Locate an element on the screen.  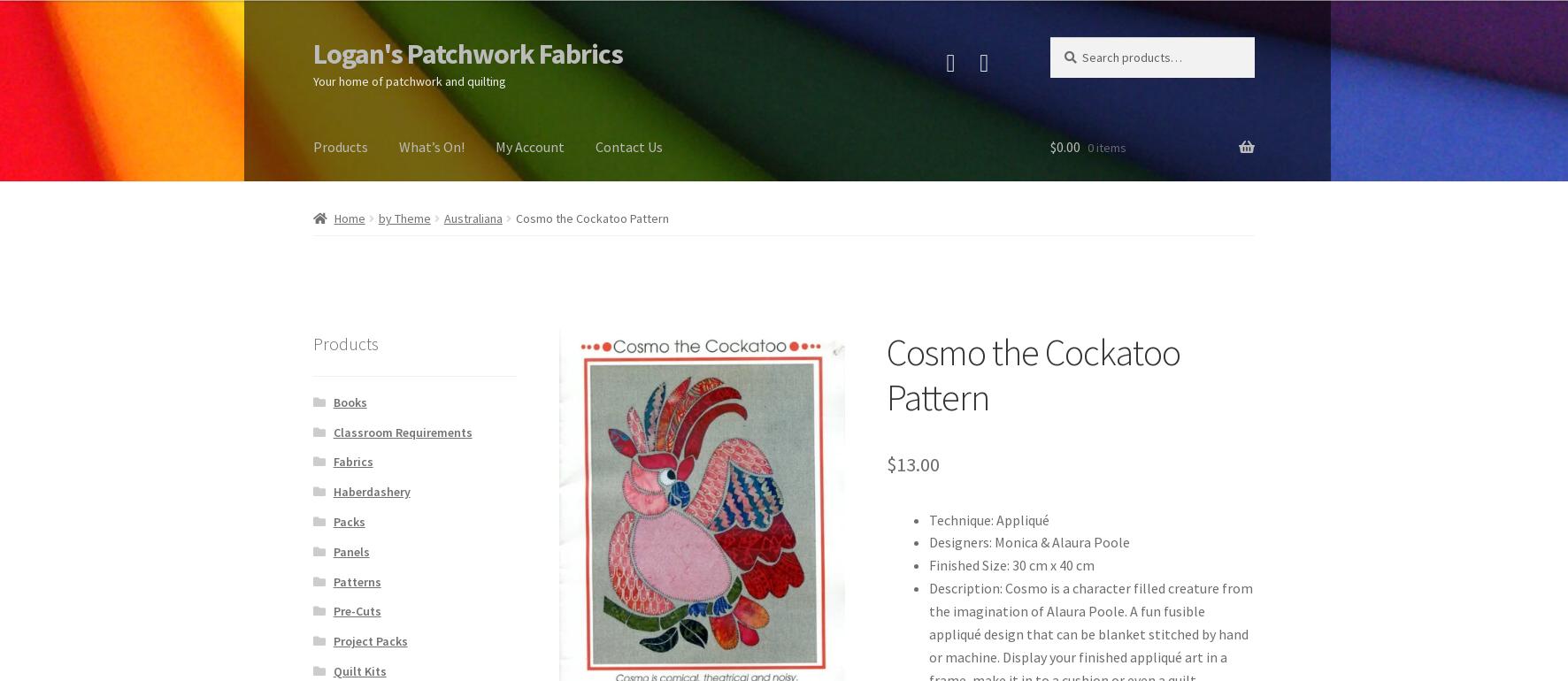
'Designers: Monica & Alaura Poole' is located at coordinates (1027, 541).